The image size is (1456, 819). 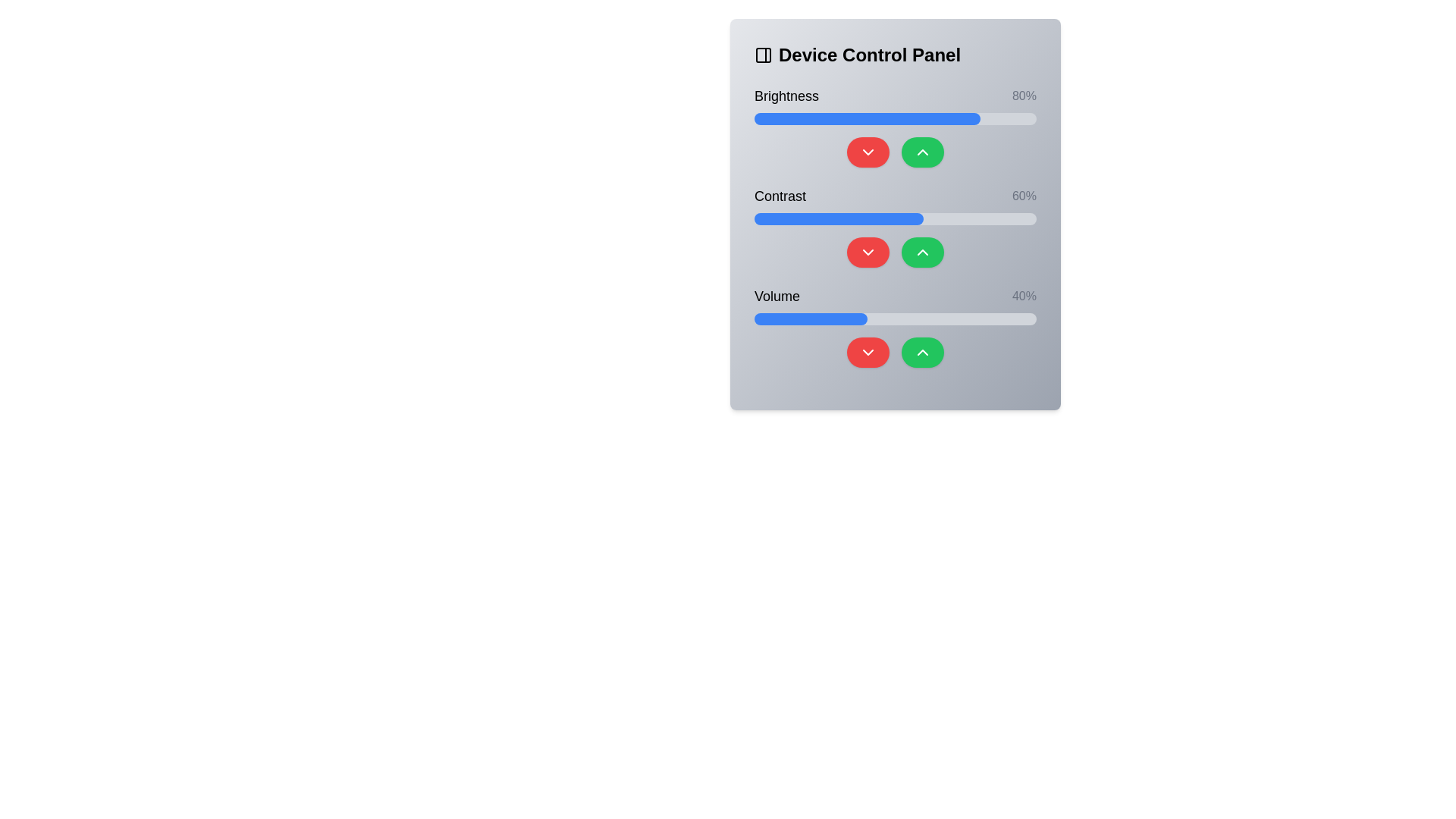 What do you see at coordinates (895, 326) in the screenshot?
I see `the 'Volume' progress bar located at the bottom of the settings panel, which visually indicates the current volume level with a blue filled portion and displays '40%' on the right` at bounding box center [895, 326].